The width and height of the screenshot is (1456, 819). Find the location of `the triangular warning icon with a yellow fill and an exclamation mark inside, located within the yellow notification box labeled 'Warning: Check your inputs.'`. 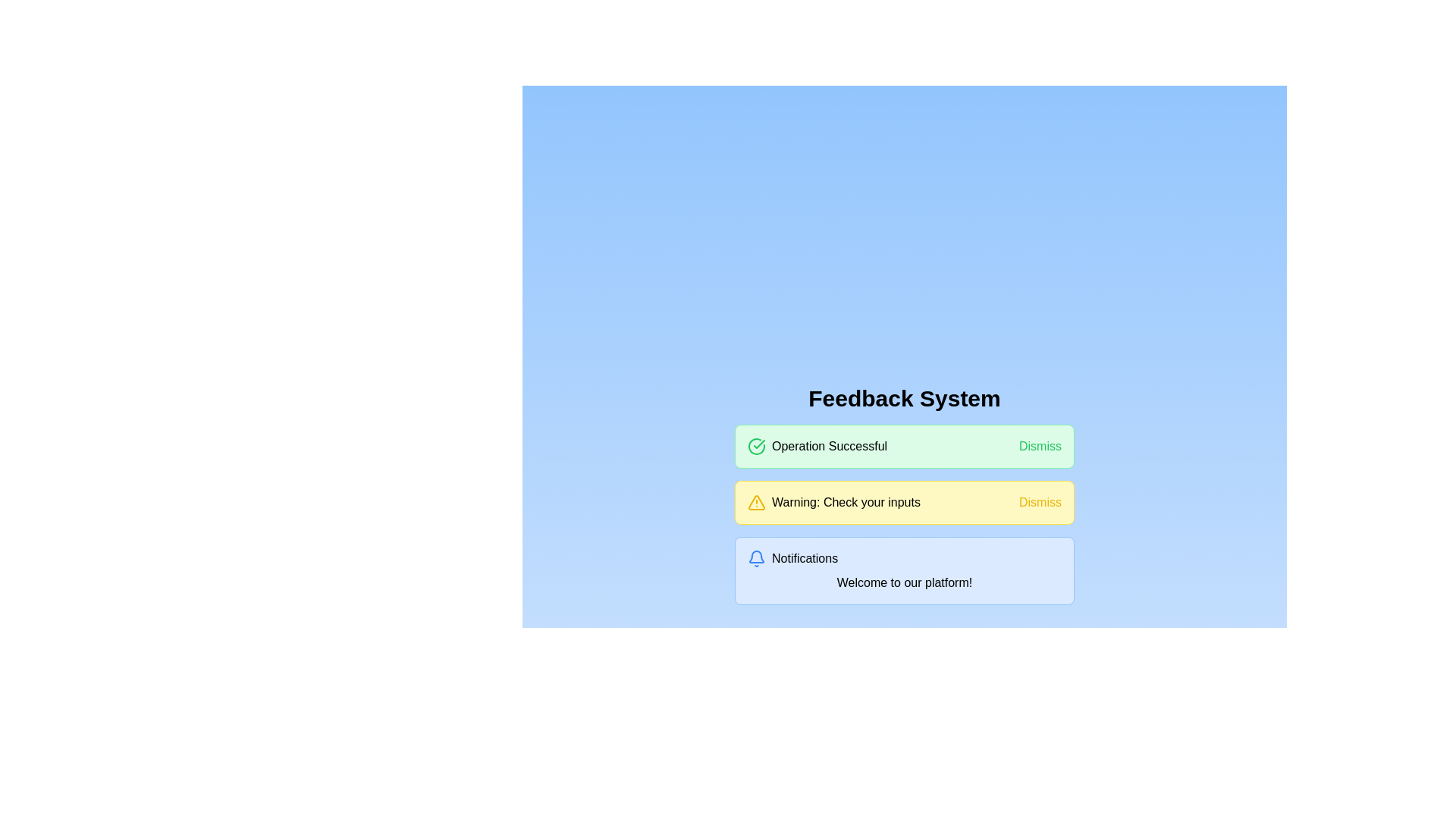

the triangular warning icon with a yellow fill and an exclamation mark inside, located within the yellow notification box labeled 'Warning: Check your inputs.' is located at coordinates (757, 503).